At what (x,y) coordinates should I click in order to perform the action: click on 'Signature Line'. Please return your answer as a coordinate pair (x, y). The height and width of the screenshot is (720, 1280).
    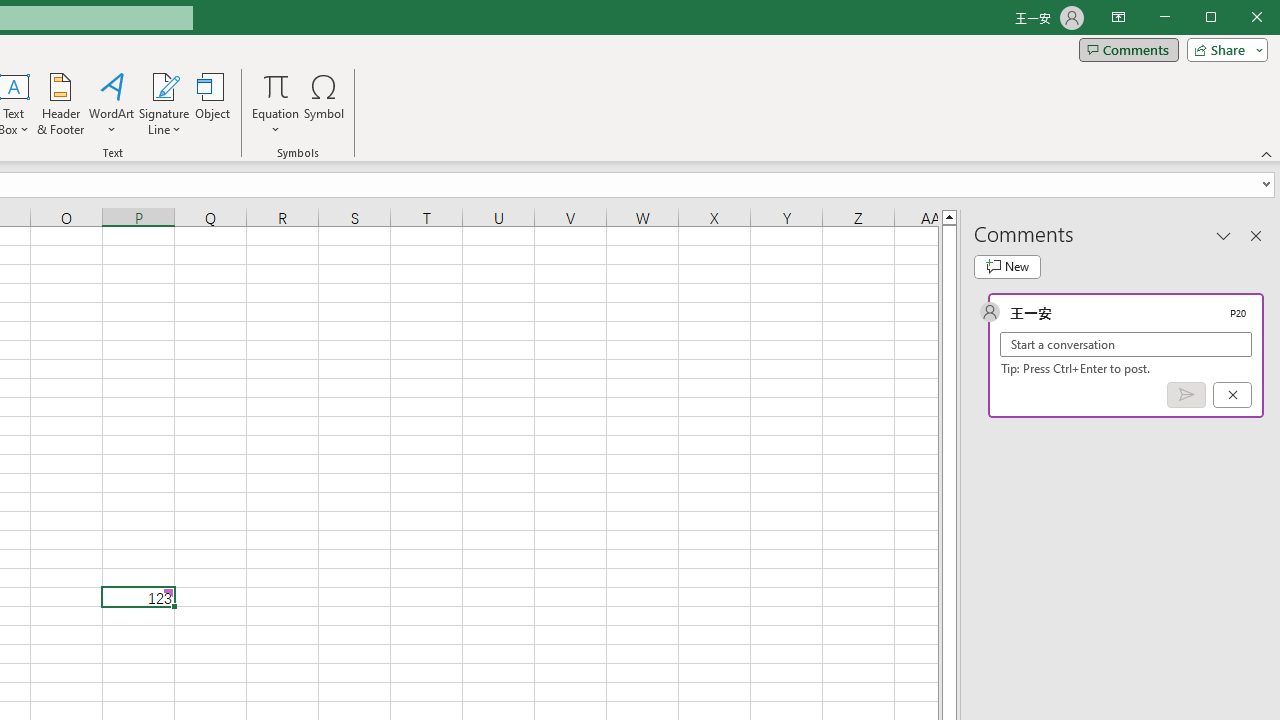
    Looking at the image, I should click on (164, 104).